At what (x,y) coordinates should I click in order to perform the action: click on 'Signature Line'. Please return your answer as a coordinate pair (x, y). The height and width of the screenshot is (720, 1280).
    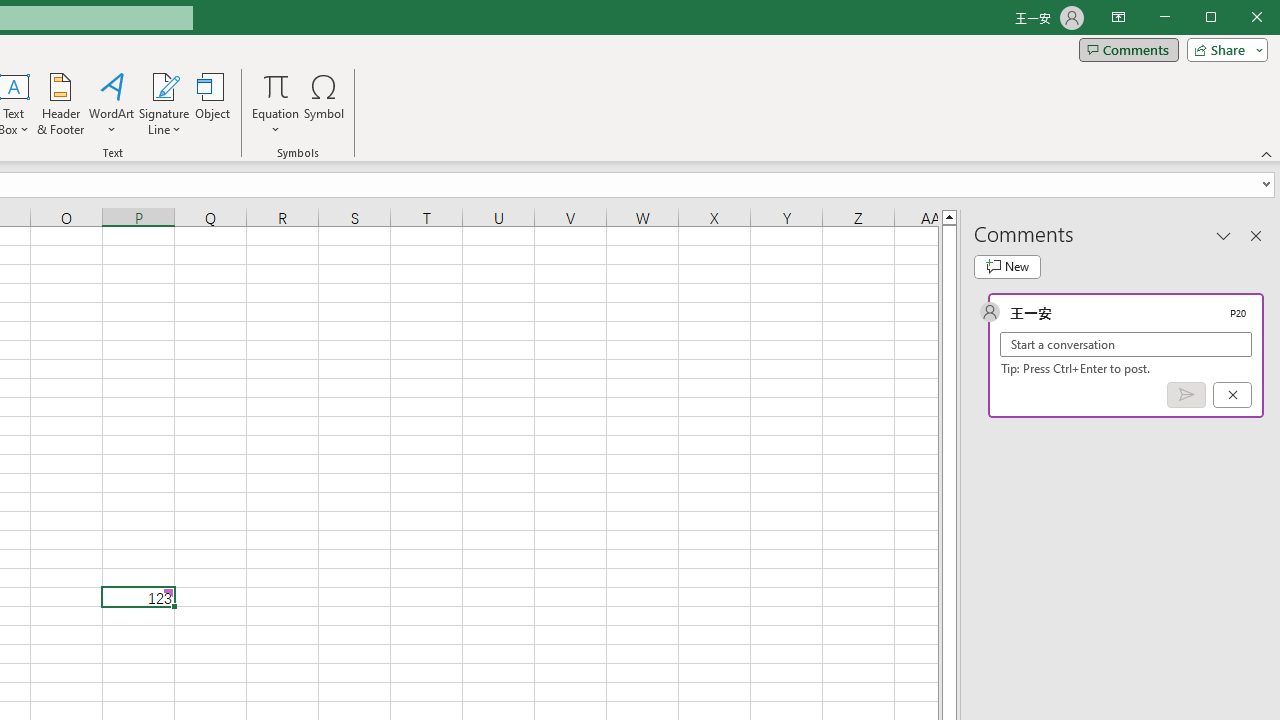
    Looking at the image, I should click on (164, 104).